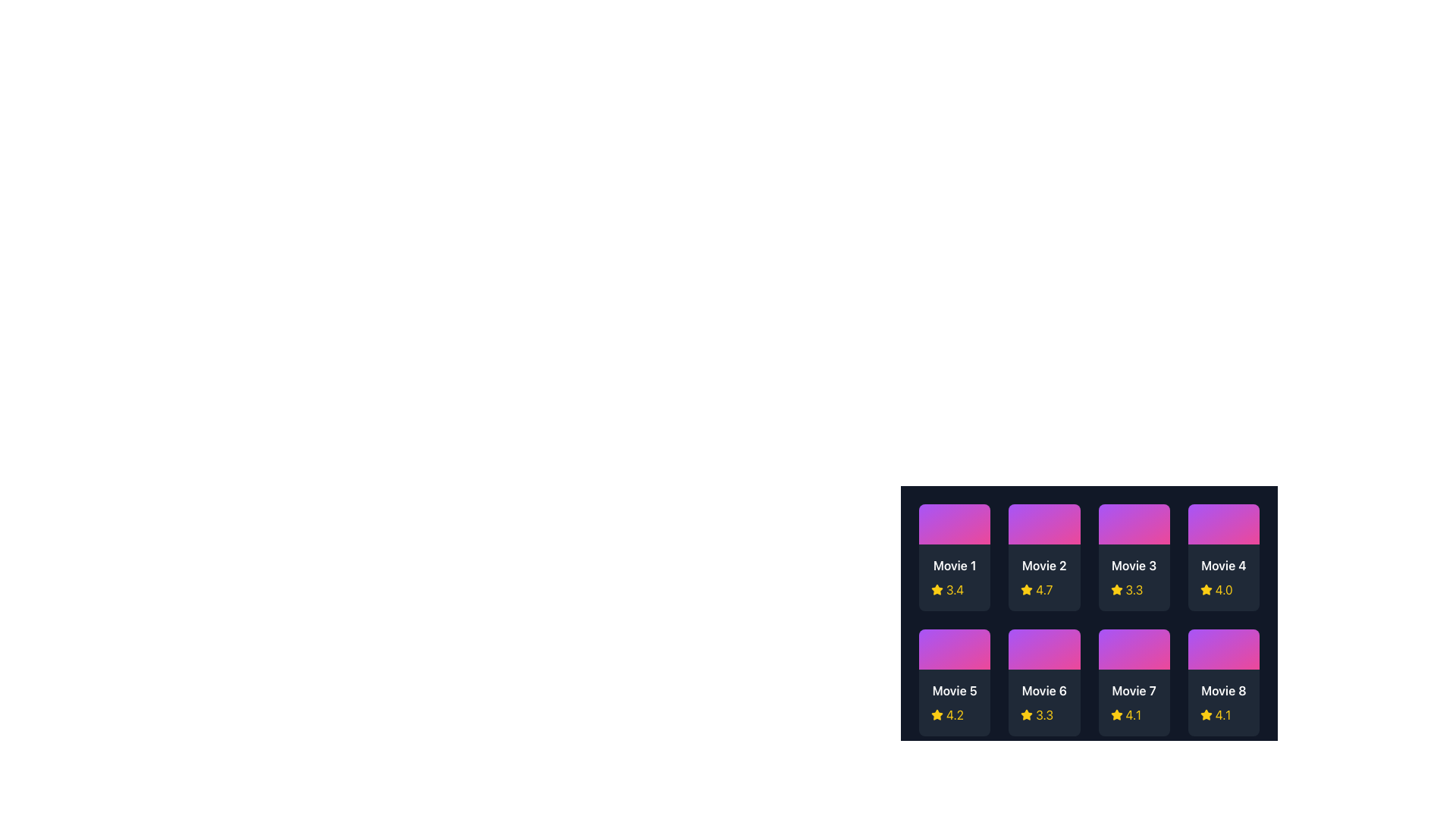 Image resolution: width=1456 pixels, height=819 pixels. I want to click on the yellow star icon with a filled center that is part of the movie rating for 'Movie 2', located immediately to the left of the rating '4.7', so click(1027, 589).